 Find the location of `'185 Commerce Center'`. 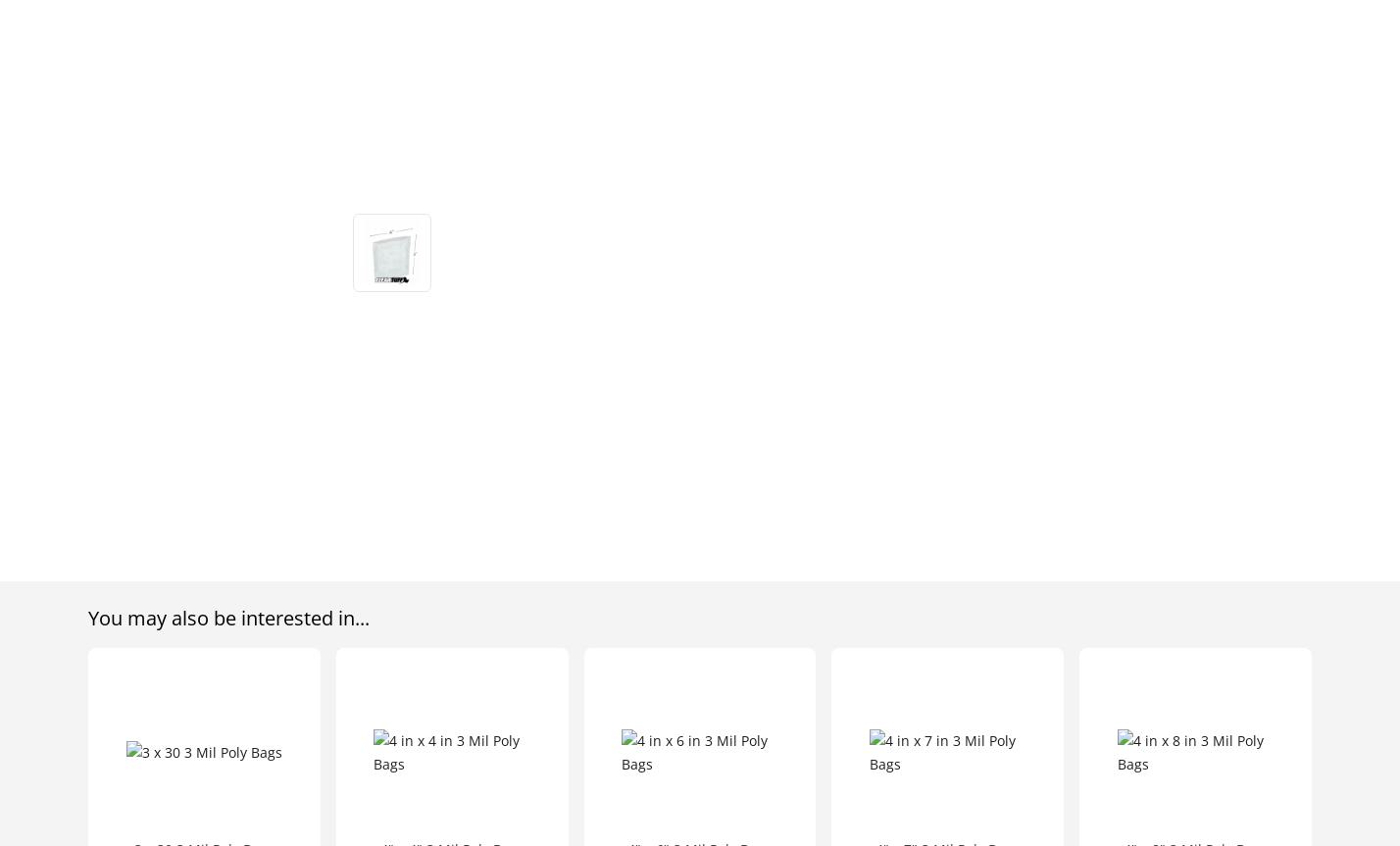

'185 Commerce Center' is located at coordinates (94, 27).